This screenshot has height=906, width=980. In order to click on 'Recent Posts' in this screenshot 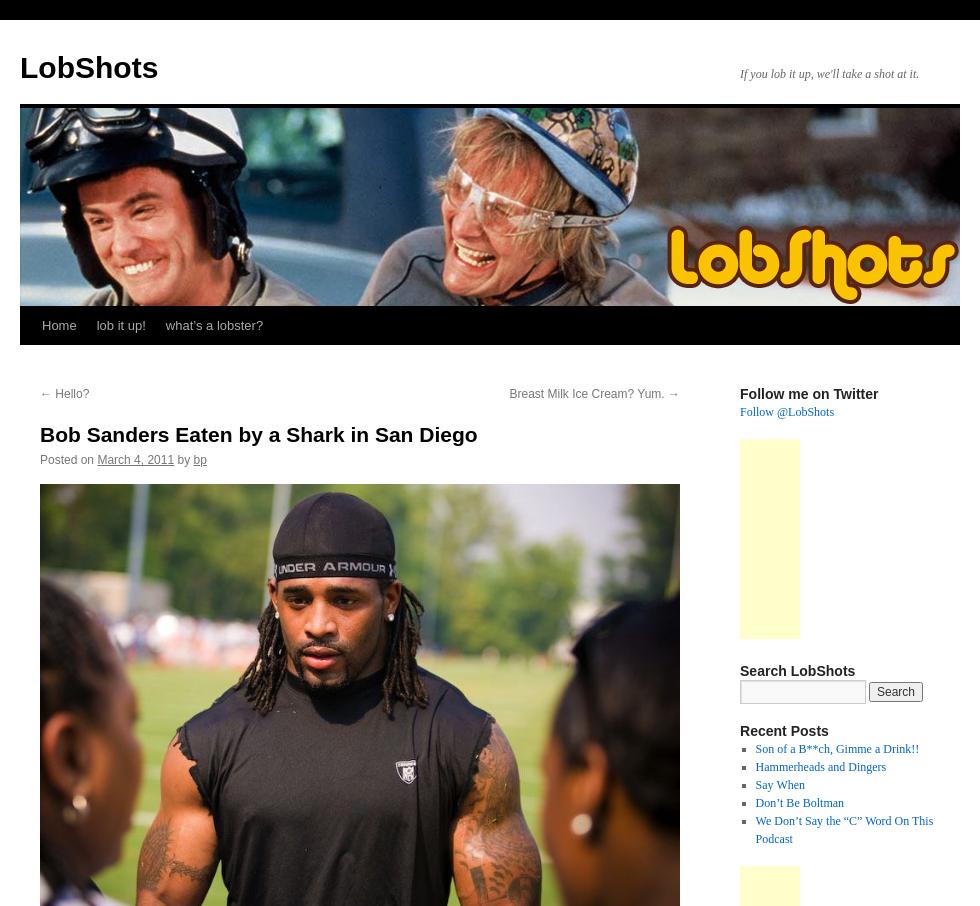, I will do `click(739, 729)`.